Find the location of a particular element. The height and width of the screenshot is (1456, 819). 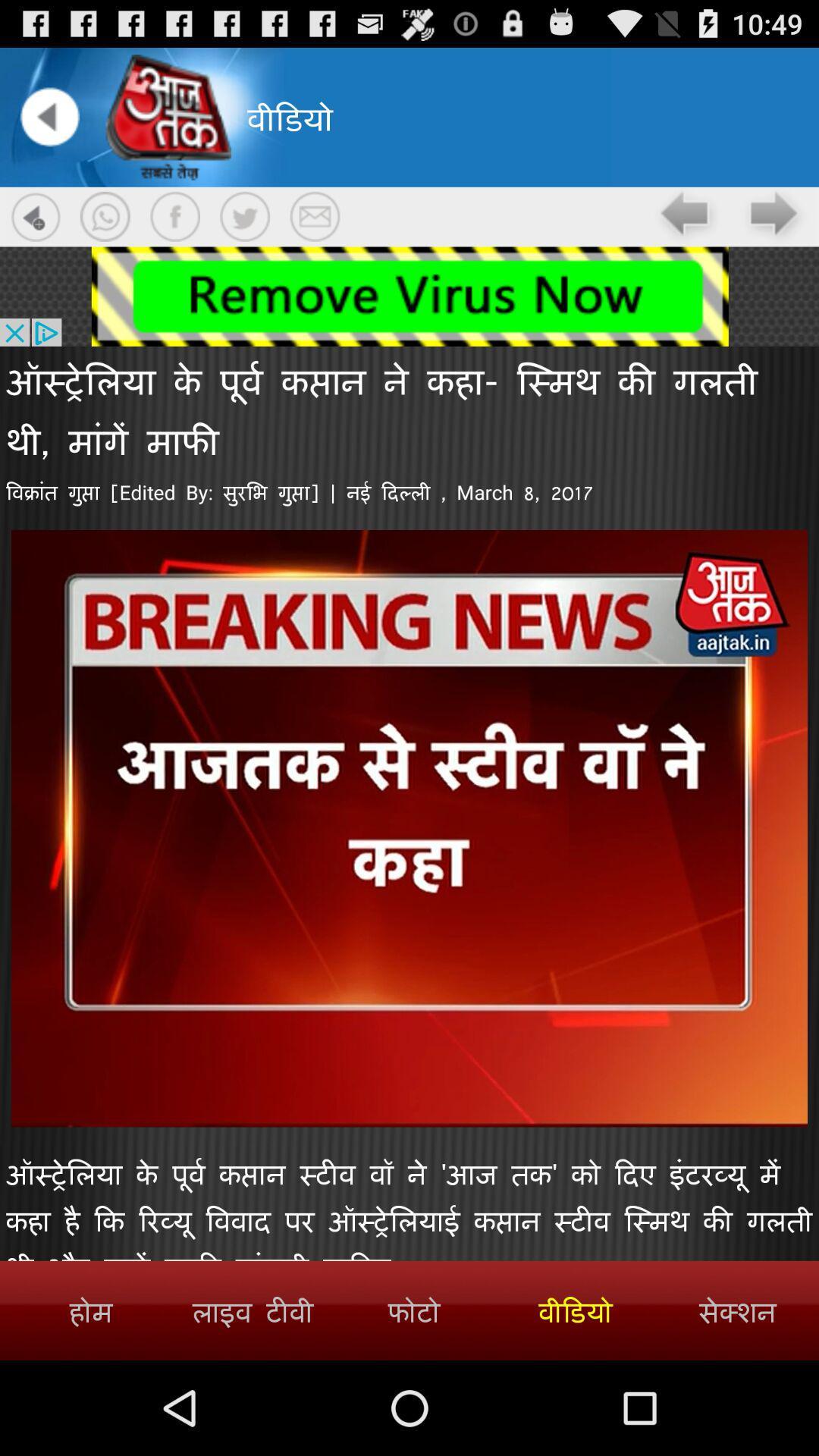

the twitter icon is located at coordinates (244, 231).